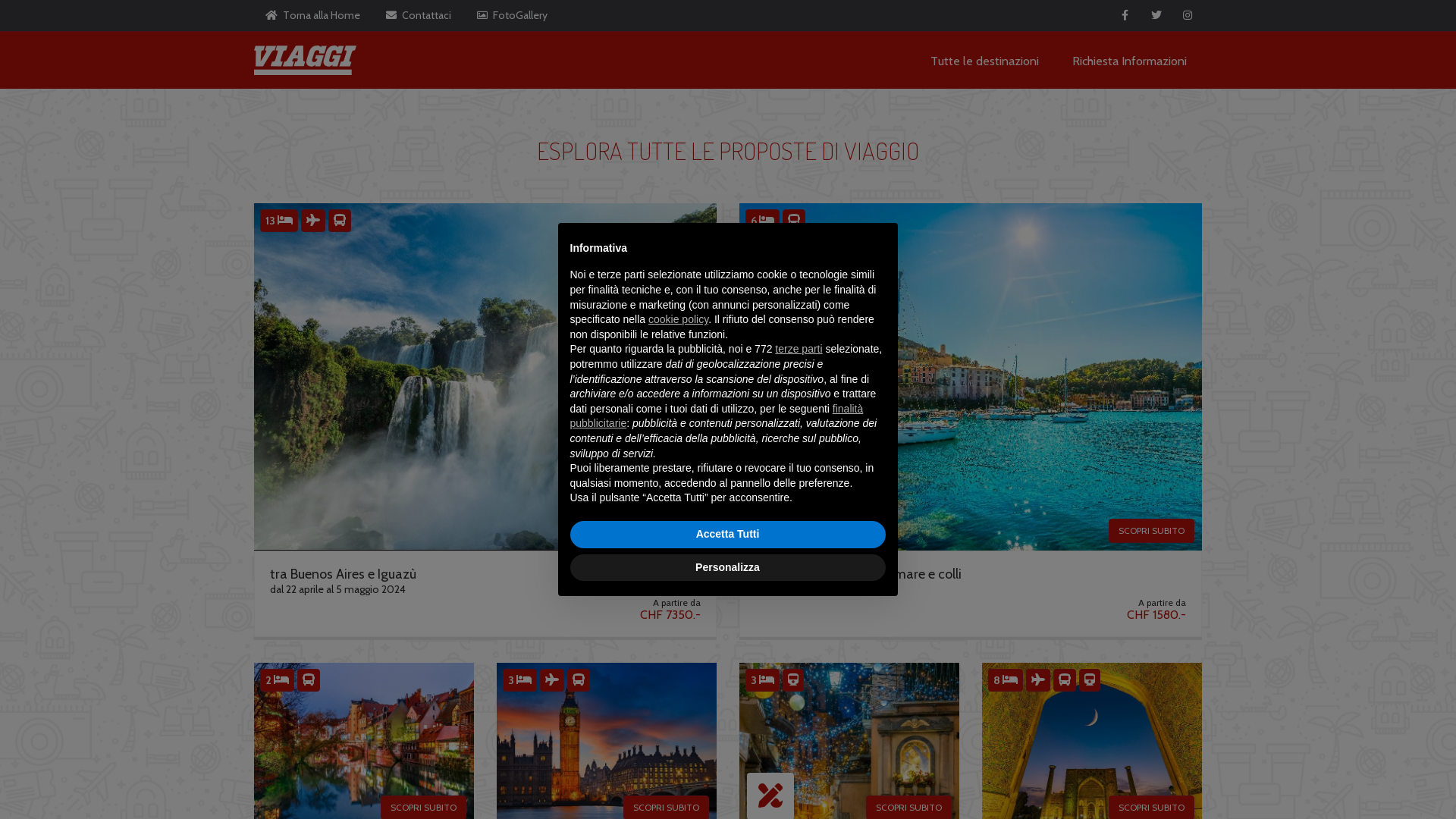 The height and width of the screenshot is (819, 1456). Describe the element at coordinates (1072, 59) in the screenshot. I see `'Richiesta Informazioni'` at that location.